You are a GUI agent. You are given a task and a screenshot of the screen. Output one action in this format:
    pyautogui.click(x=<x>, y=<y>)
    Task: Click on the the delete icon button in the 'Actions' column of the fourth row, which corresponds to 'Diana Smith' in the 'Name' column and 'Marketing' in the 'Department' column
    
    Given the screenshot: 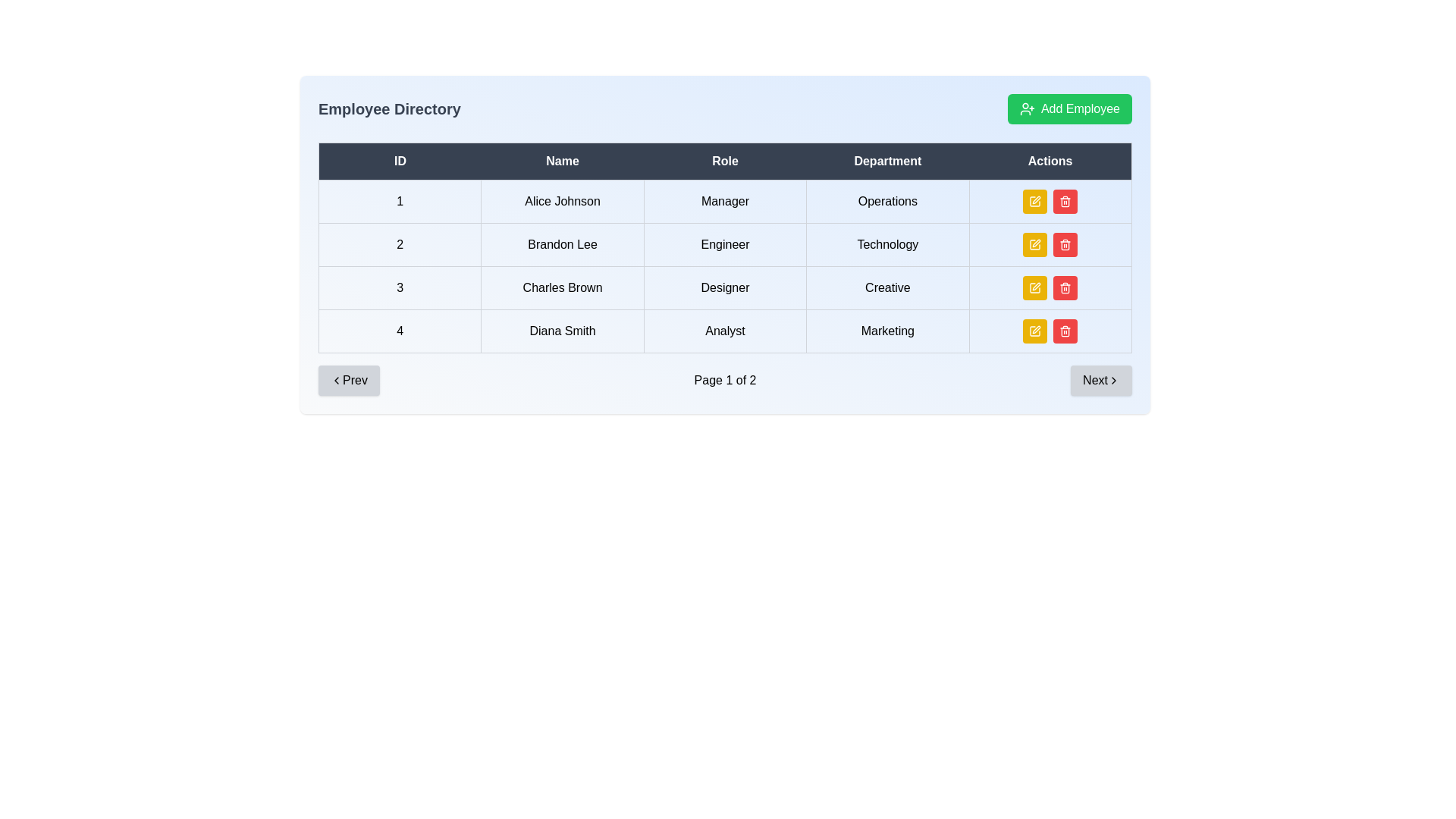 What is the action you would take?
    pyautogui.click(x=1065, y=201)
    